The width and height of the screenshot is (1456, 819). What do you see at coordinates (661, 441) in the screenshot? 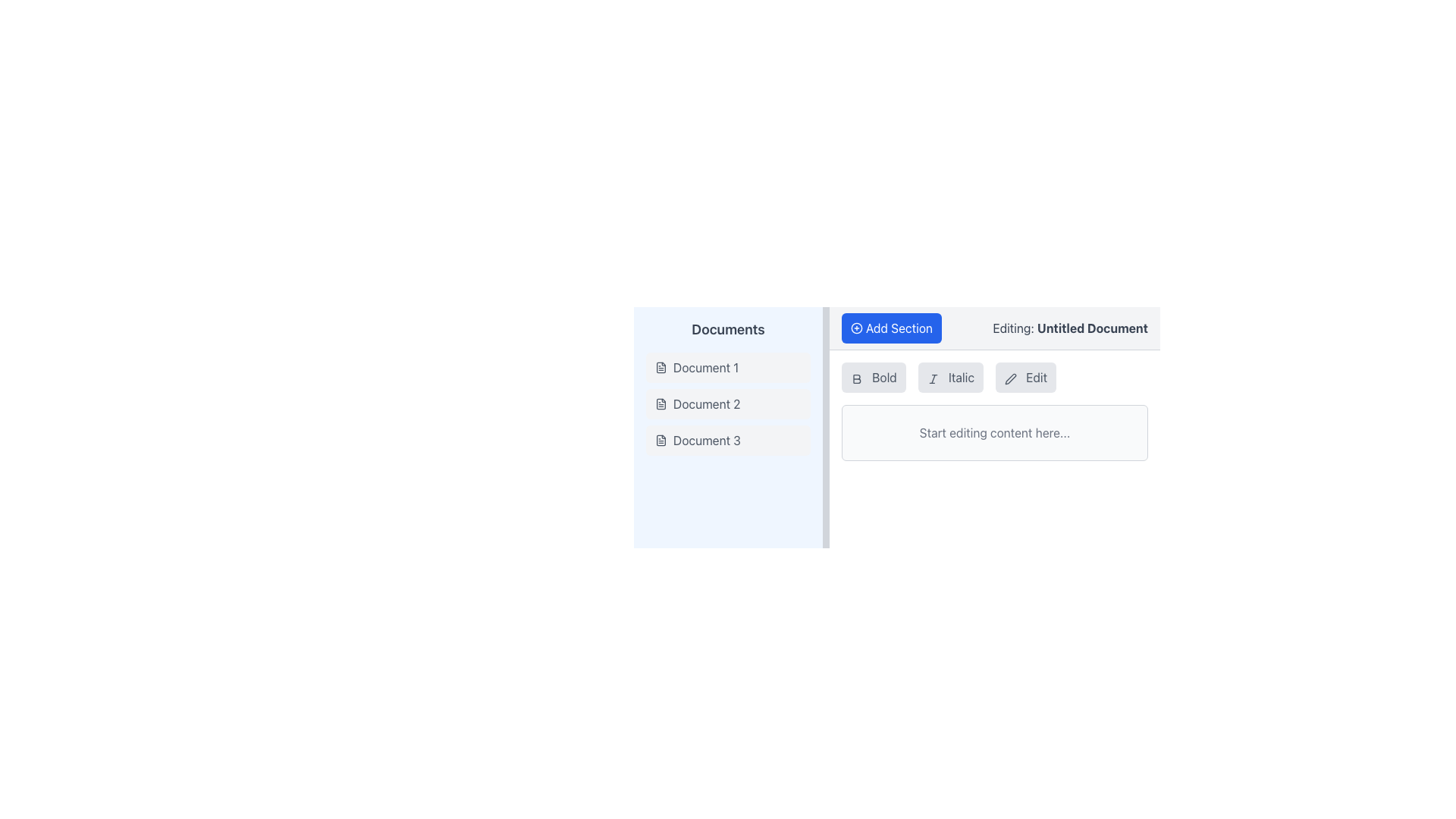
I see `the document icon outline for 'Document 3' in the sidebar` at bounding box center [661, 441].